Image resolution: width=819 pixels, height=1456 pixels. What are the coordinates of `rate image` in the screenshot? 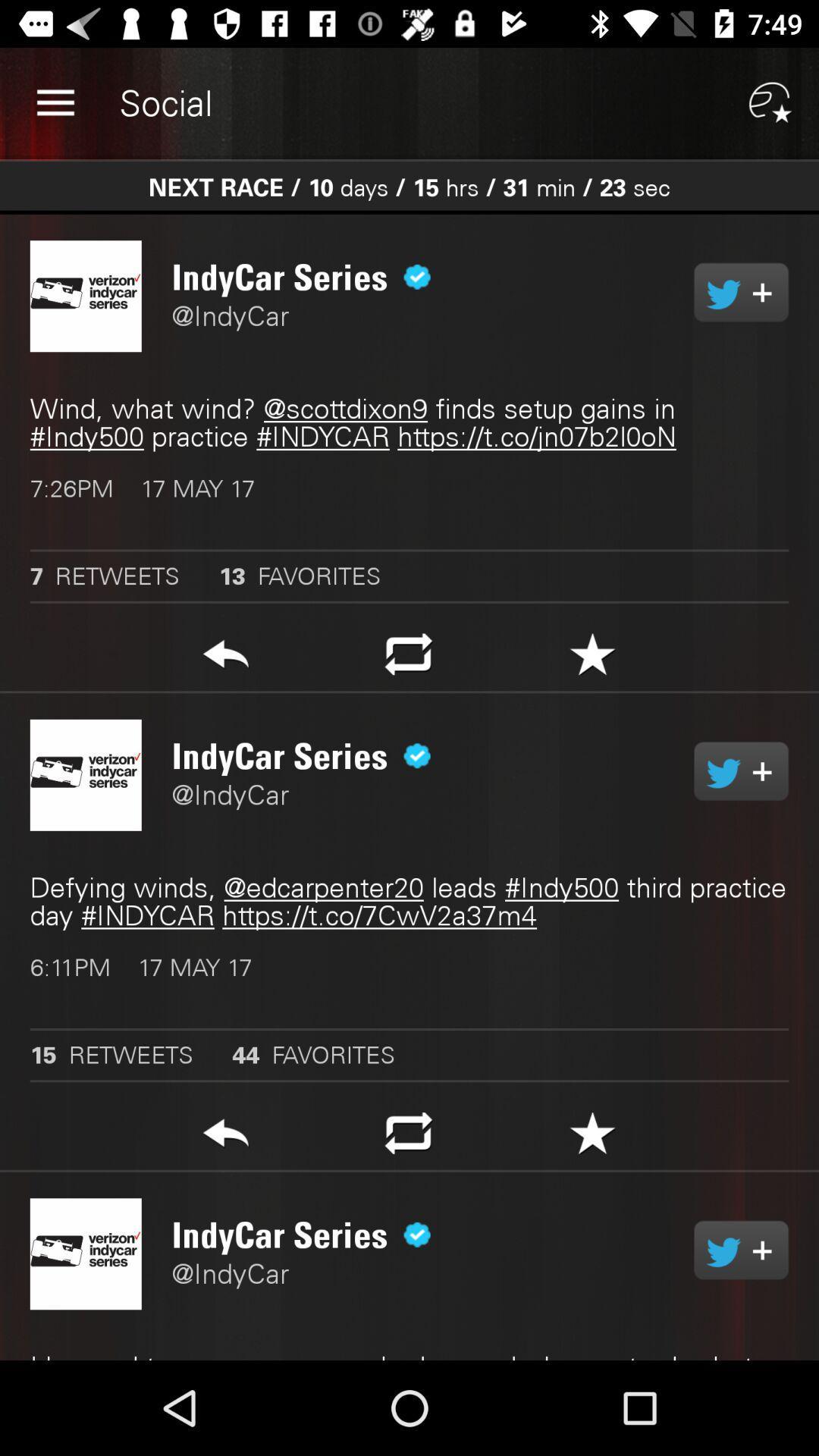 It's located at (591, 658).